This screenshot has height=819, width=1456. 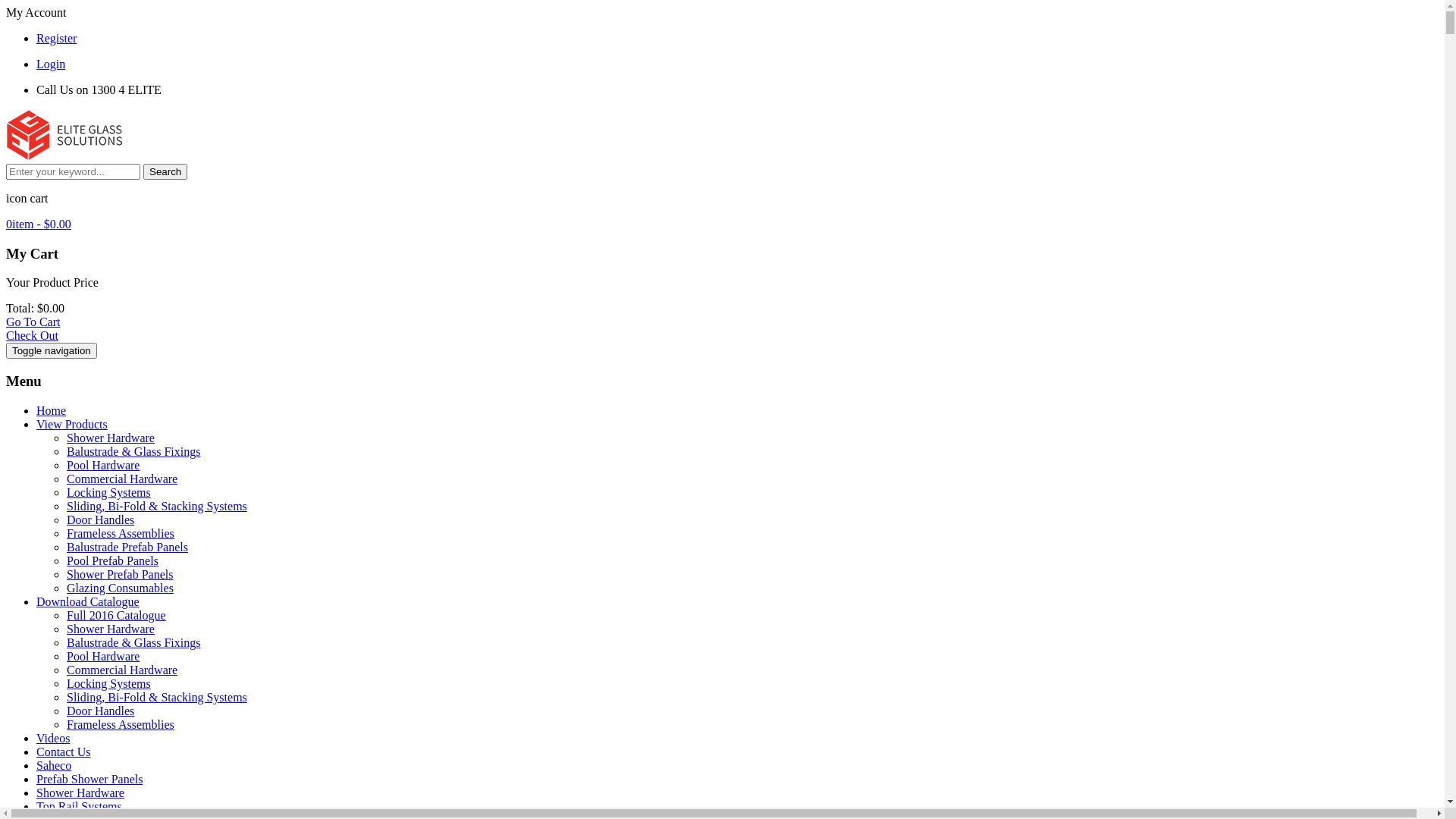 I want to click on 'Home', so click(x=51, y=410).